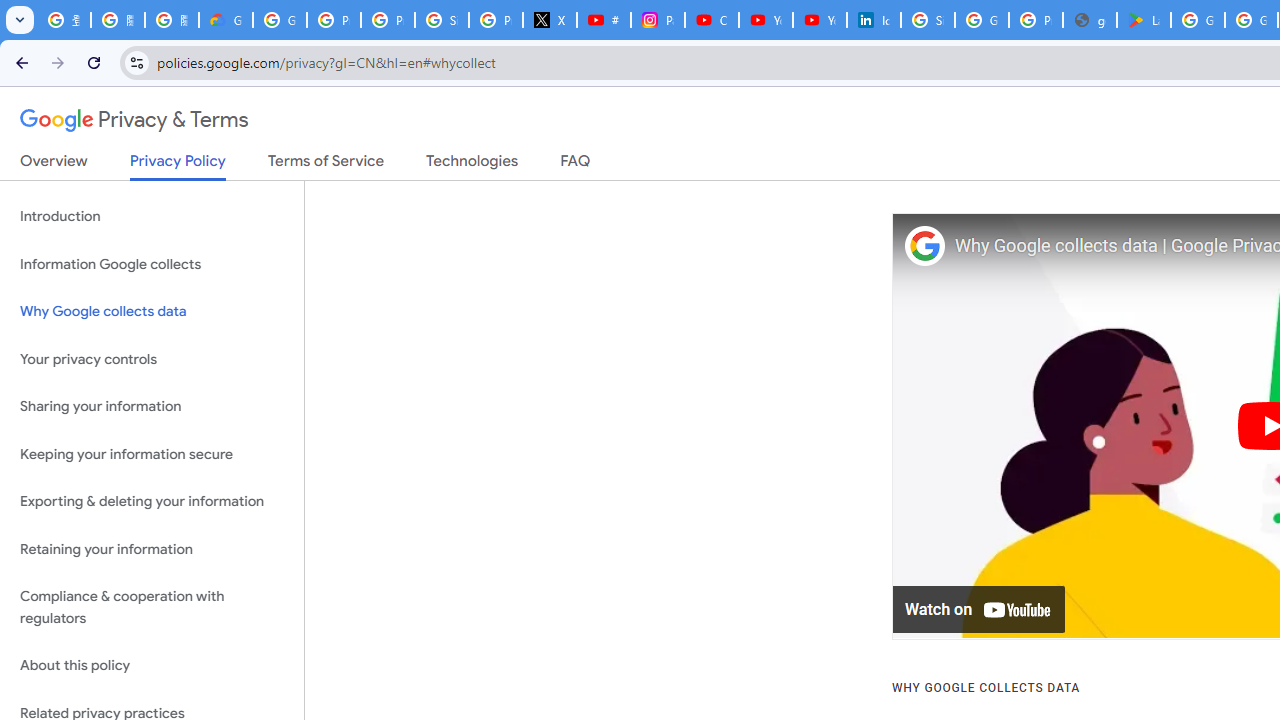  I want to click on 'YouTube Culture & Trends - YouTube Top 10, 2021', so click(819, 20).